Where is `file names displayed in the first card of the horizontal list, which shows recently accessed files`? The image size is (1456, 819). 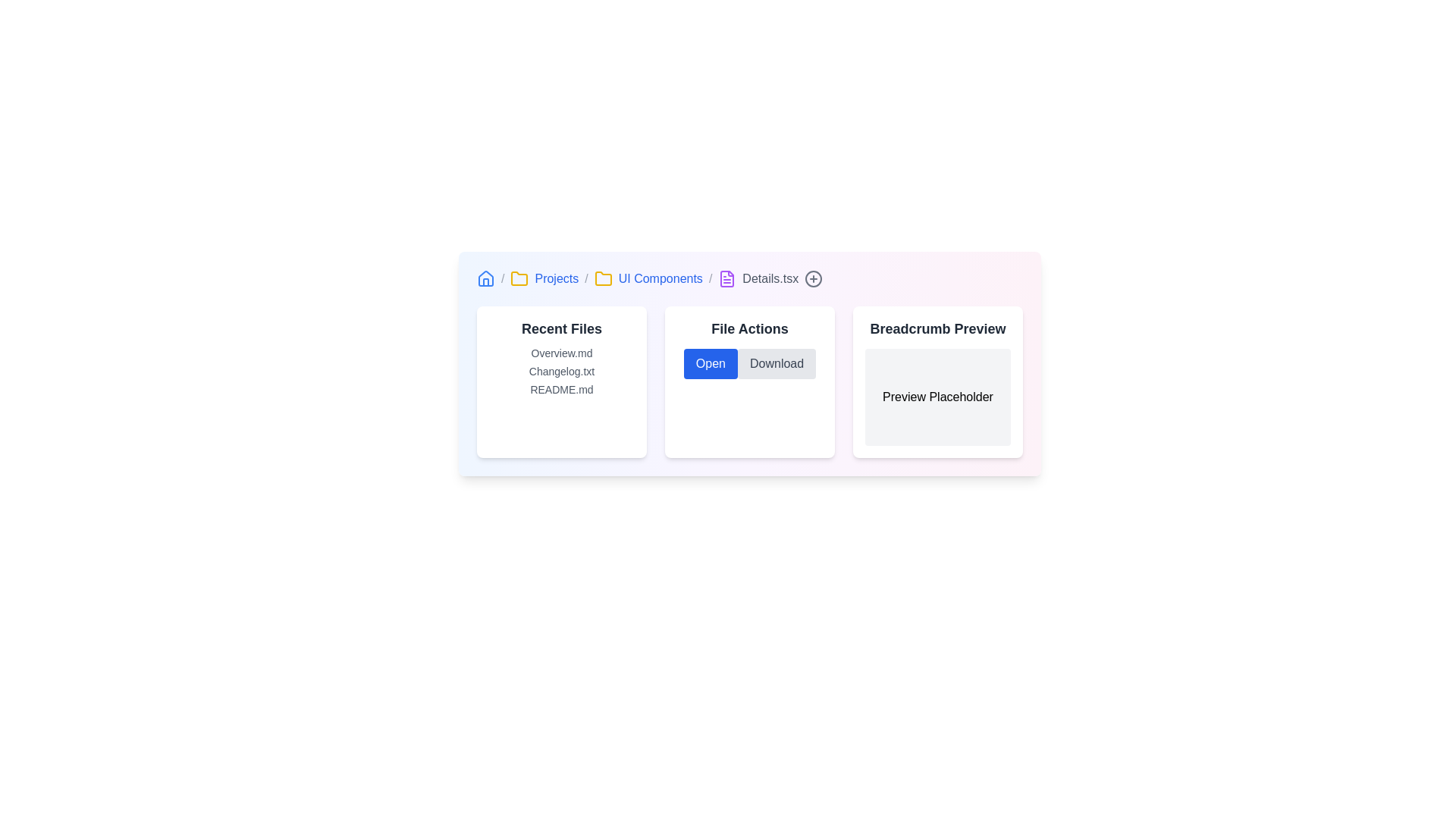 file names displayed in the first card of the horizontal list, which shows recently accessed files is located at coordinates (560, 381).